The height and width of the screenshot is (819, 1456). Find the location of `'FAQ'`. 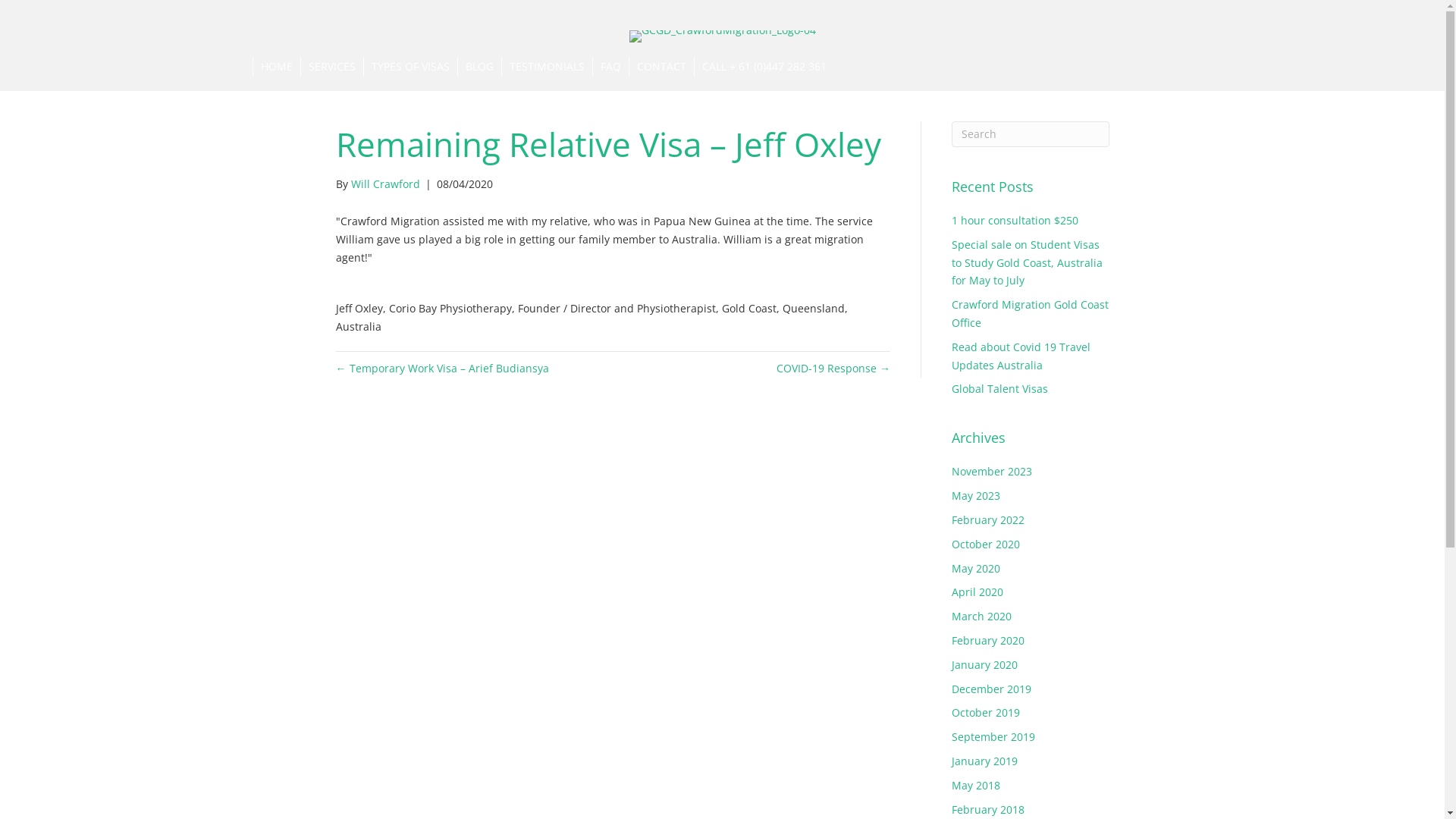

'FAQ' is located at coordinates (610, 66).